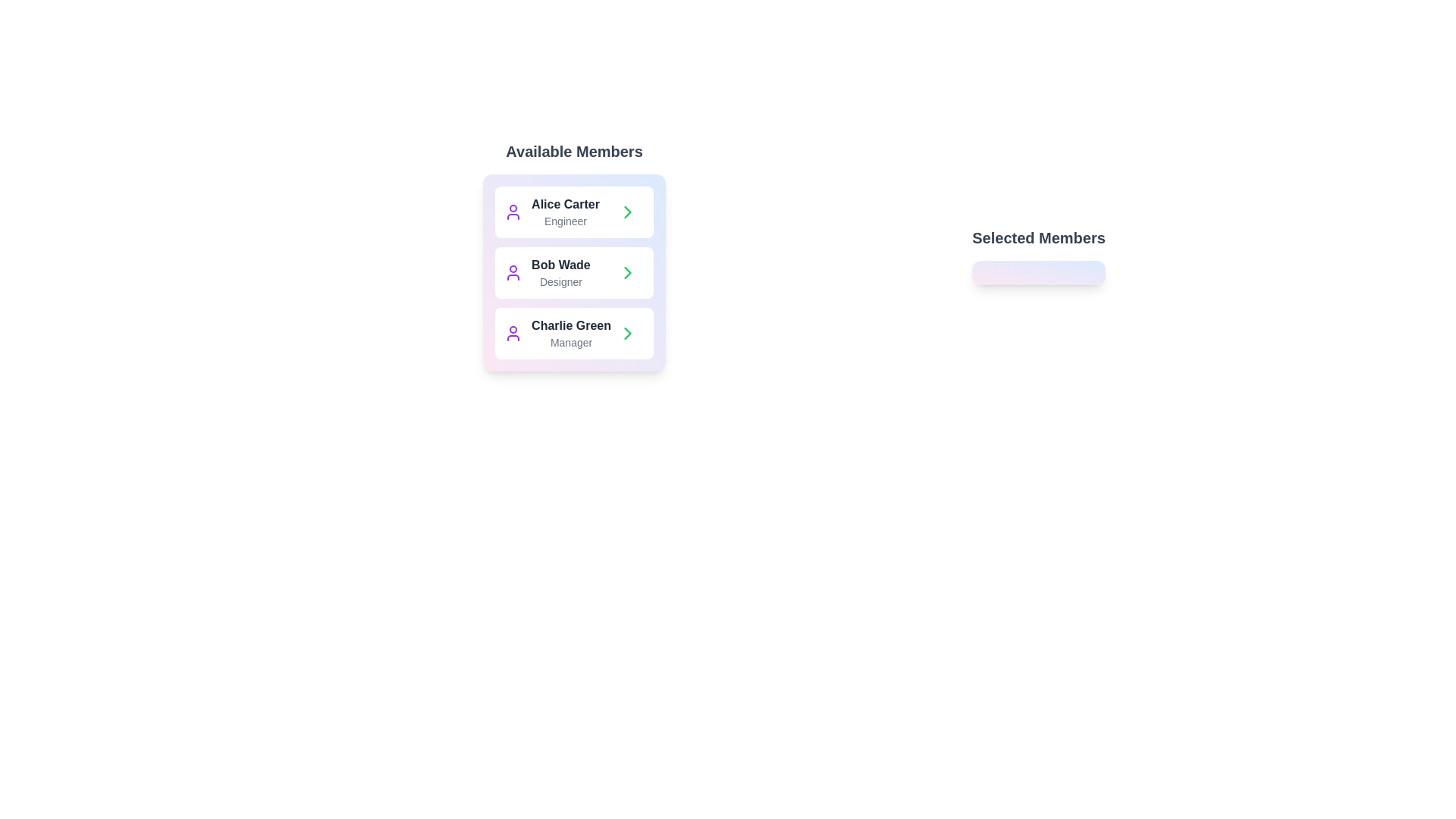  What do you see at coordinates (628, 212) in the screenshot?
I see `green arrow button corresponding to the member Alice Carter to move them to the selected list` at bounding box center [628, 212].